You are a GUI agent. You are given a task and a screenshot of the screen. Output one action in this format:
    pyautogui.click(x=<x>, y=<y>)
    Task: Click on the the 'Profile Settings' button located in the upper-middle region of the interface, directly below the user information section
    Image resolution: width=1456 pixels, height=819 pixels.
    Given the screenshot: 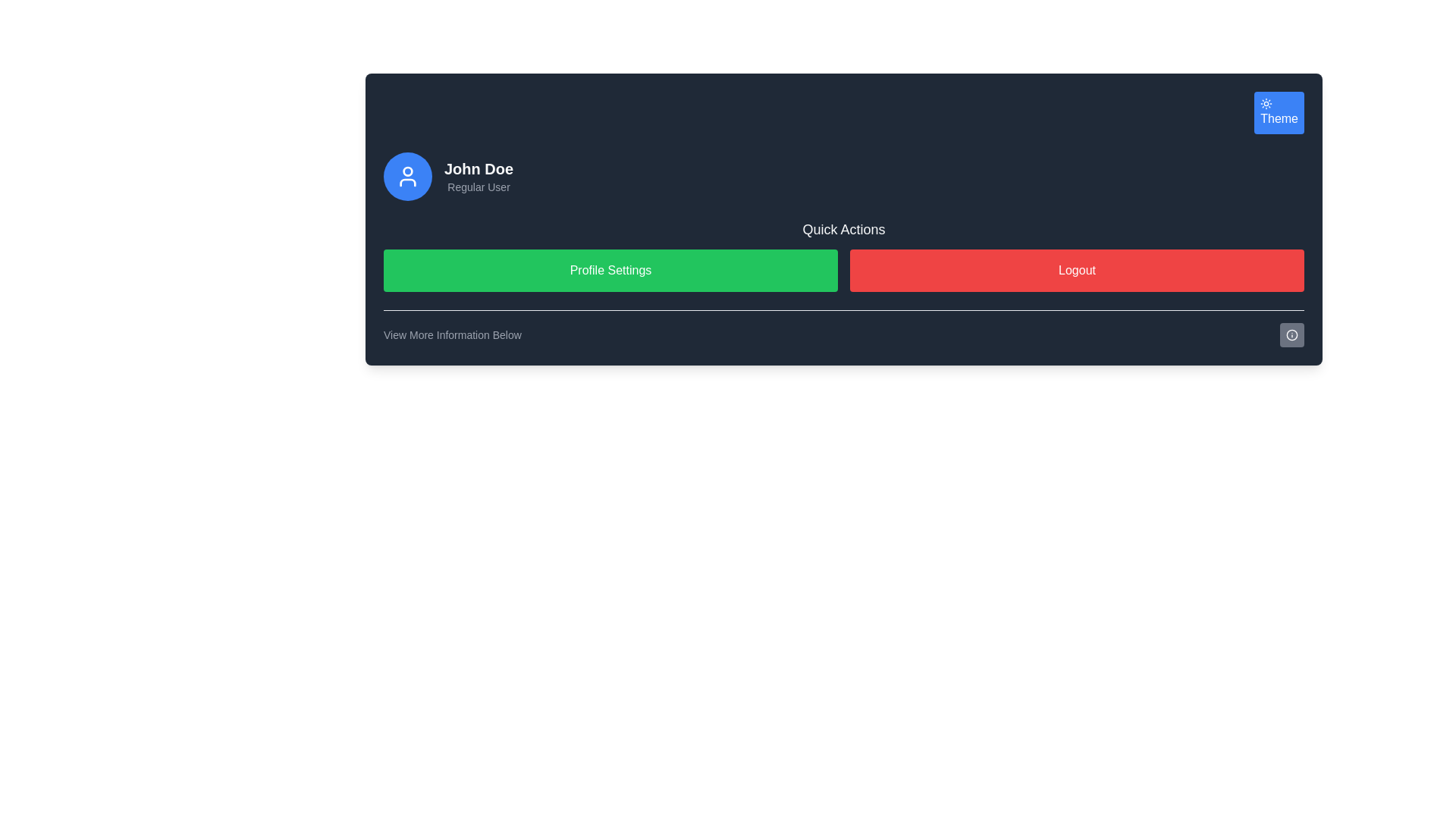 What is the action you would take?
    pyautogui.click(x=610, y=270)
    